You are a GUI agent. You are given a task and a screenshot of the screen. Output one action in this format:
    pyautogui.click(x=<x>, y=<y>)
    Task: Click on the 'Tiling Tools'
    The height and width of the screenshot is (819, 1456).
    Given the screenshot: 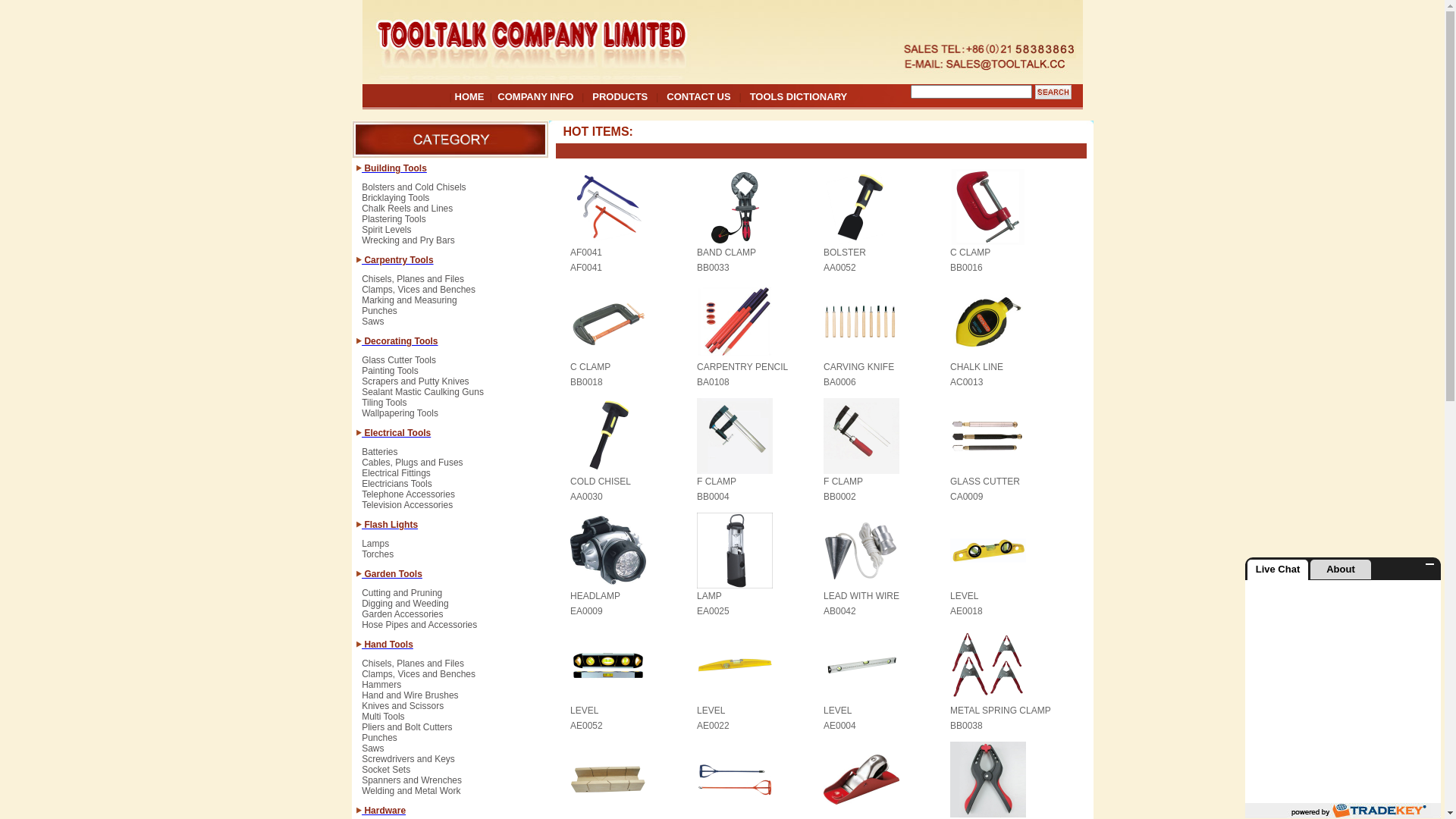 What is the action you would take?
    pyautogui.click(x=384, y=406)
    